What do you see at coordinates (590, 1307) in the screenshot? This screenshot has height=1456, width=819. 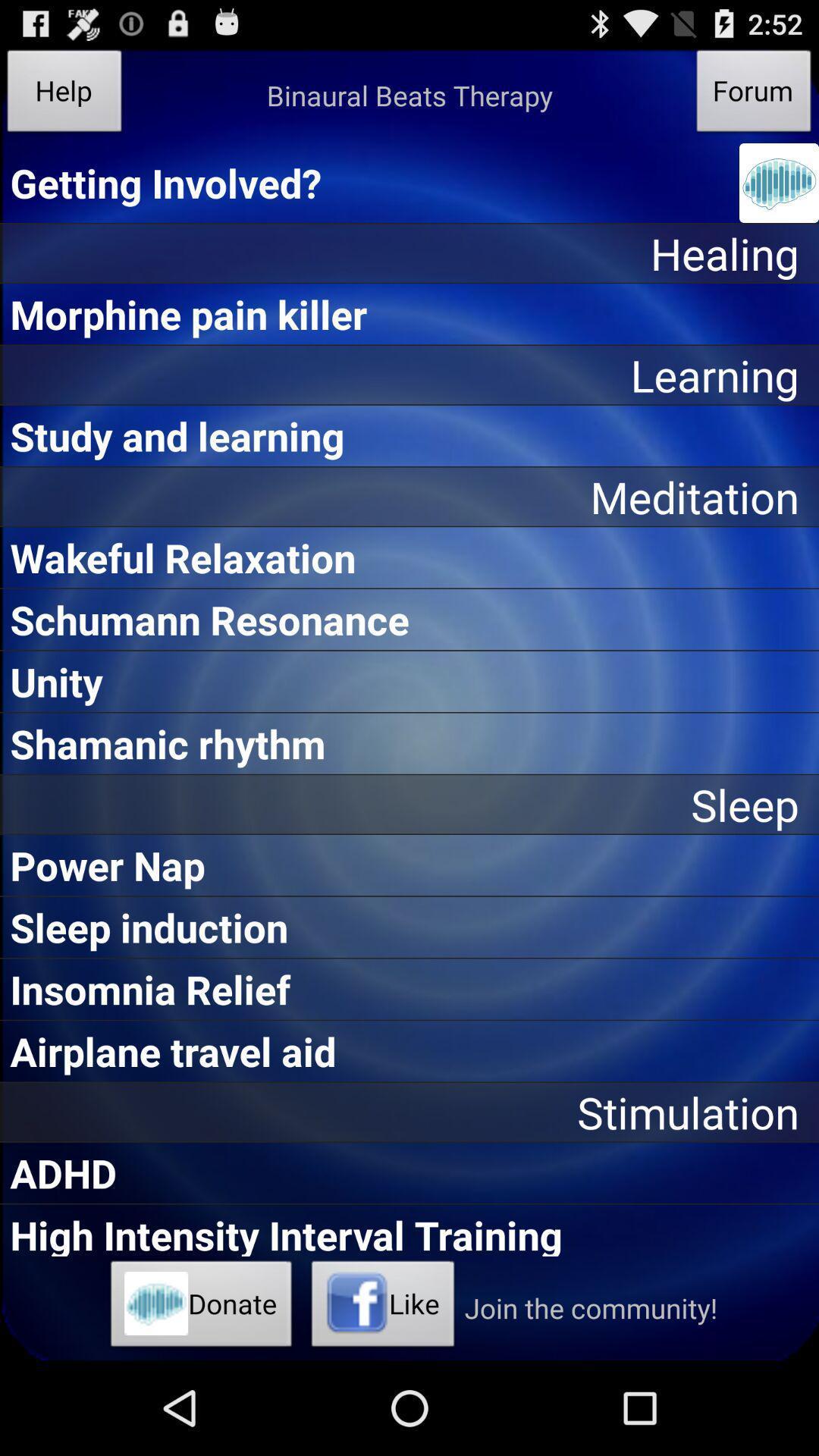 I see `icon to the right of like` at bounding box center [590, 1307].